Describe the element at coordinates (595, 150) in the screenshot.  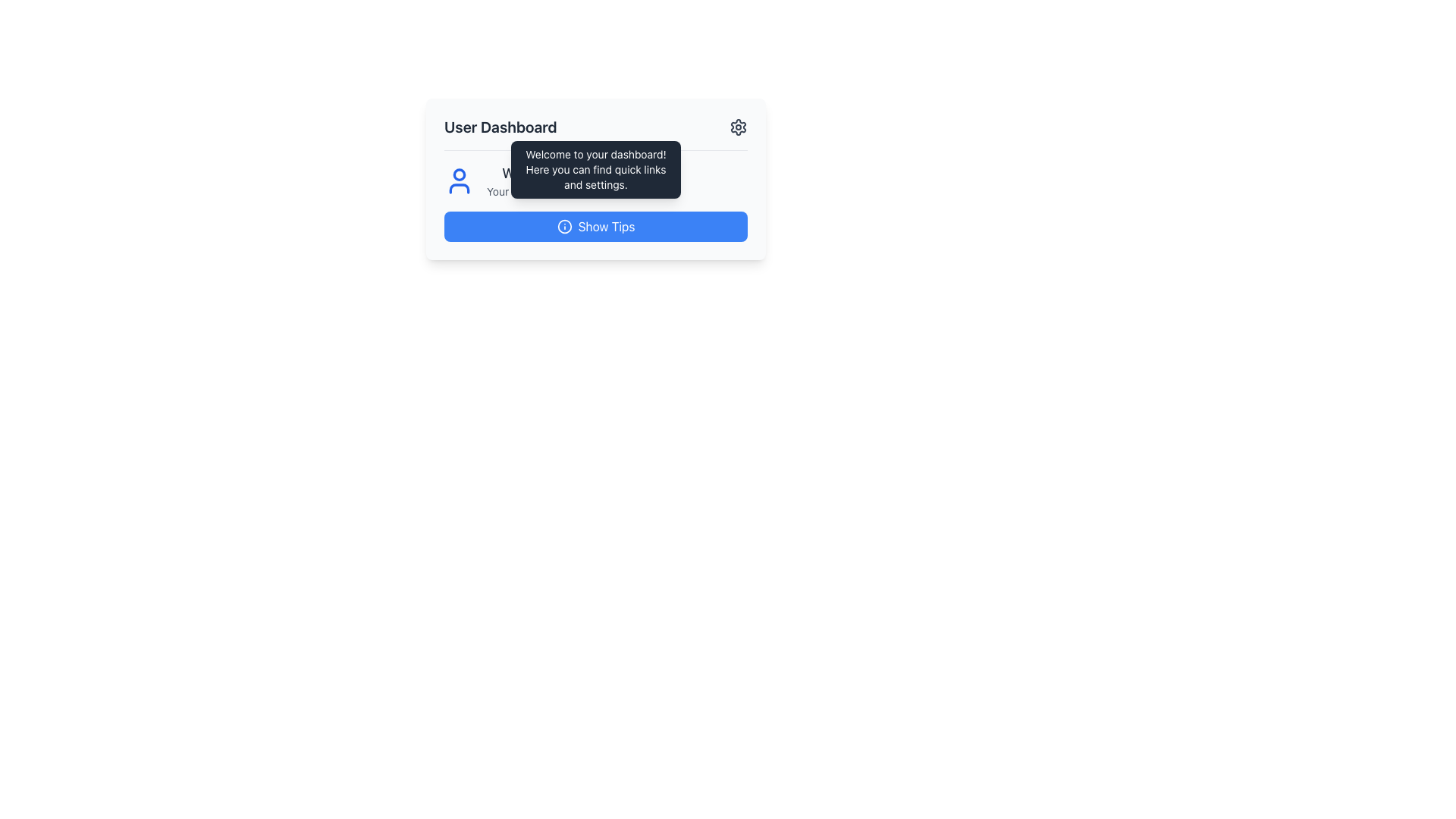
I see `the thin horizontal line that separates the header 'User Dashboard' from the greeting text 'Welcome, John Doe' in the user dashboard card` at that location.